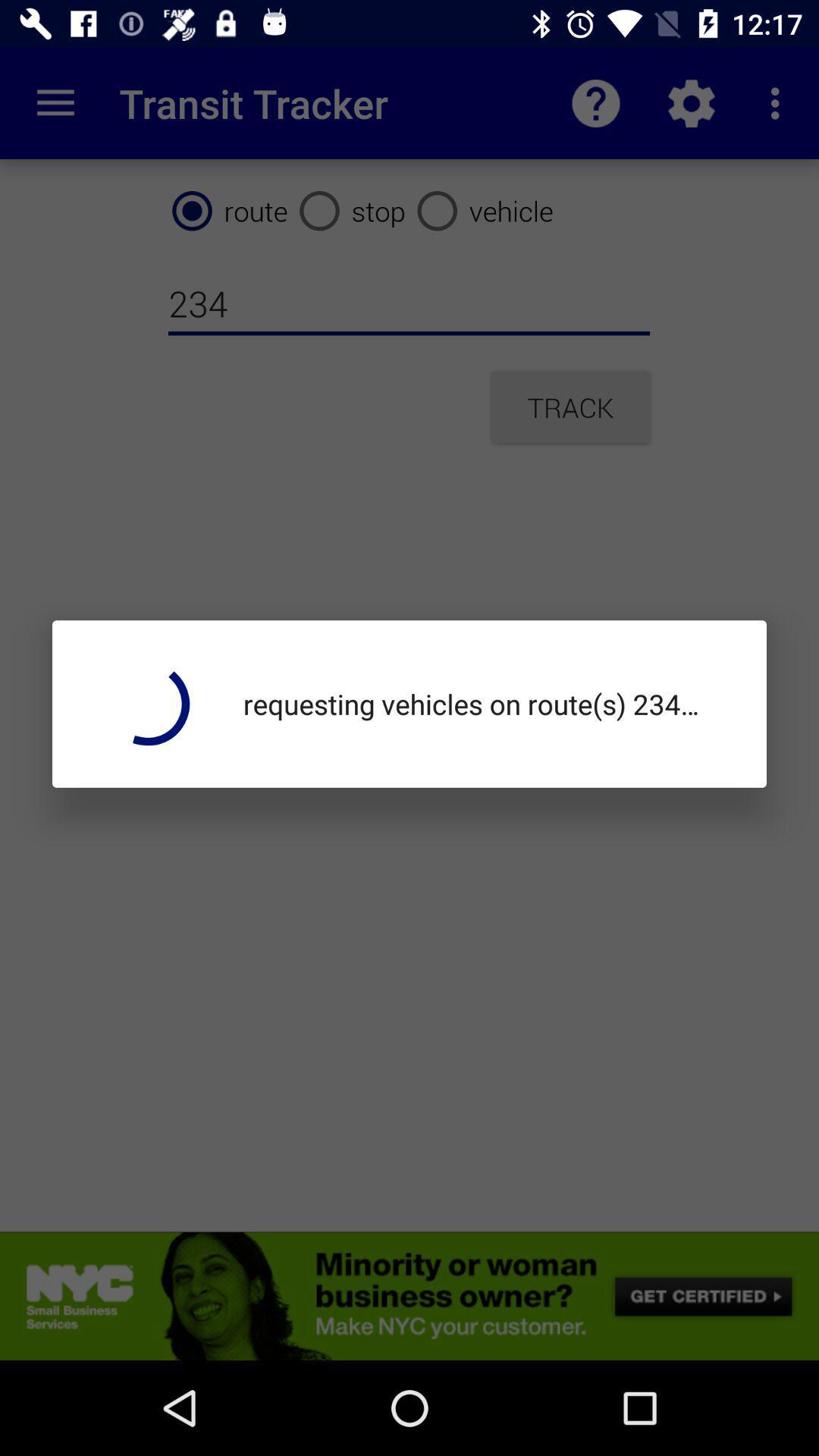 The height and width of the screenshot is (1456, 819). Describe the element at coordinates (409, 1295) in the screenshot. I see `open advert` at that location.